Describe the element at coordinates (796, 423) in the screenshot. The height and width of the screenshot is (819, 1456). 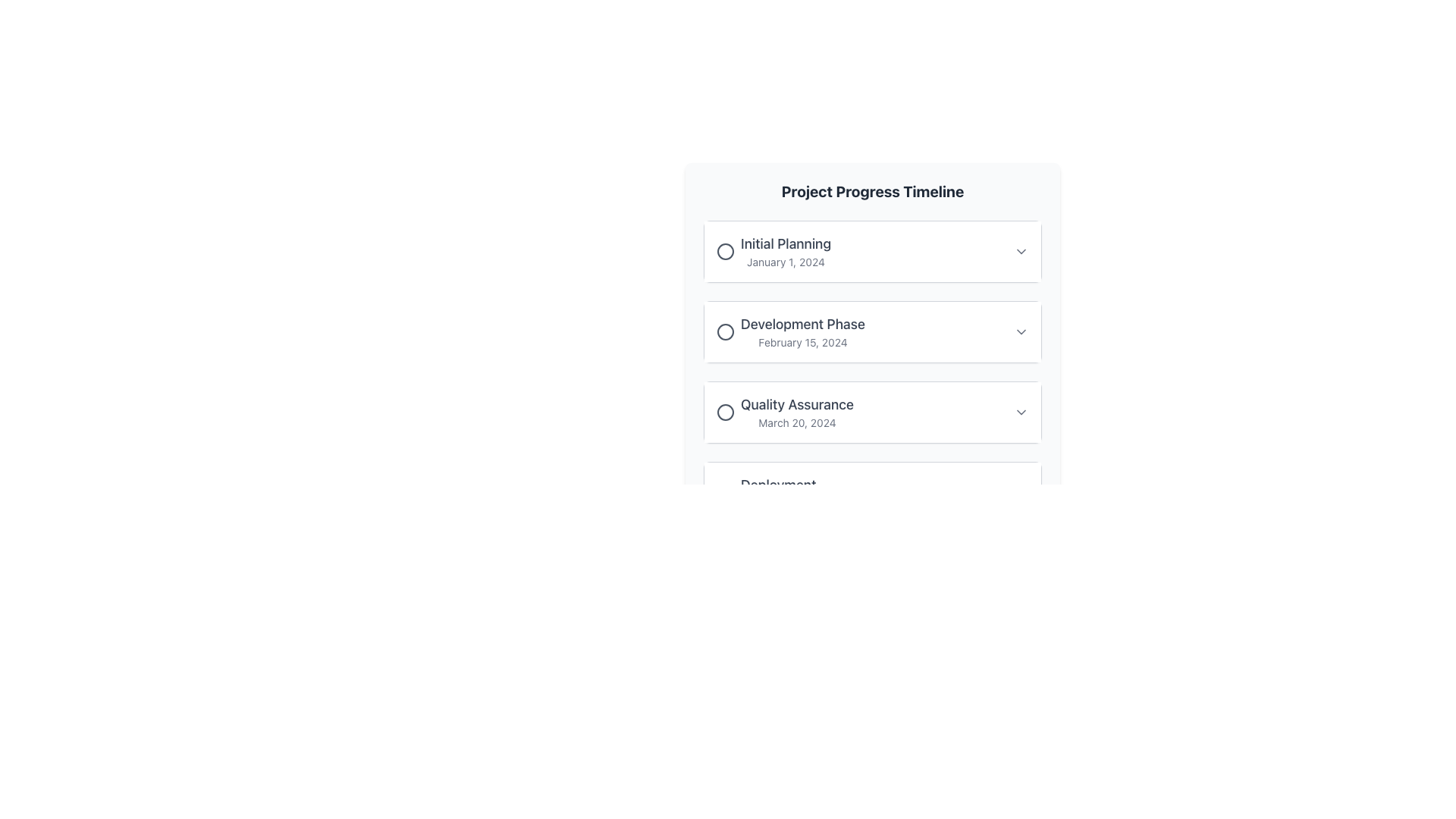
I see `date displayed in the text label showing 'March 20, 2024', which is located below the 'Quality Assurance' title in the timeline list` at that location.